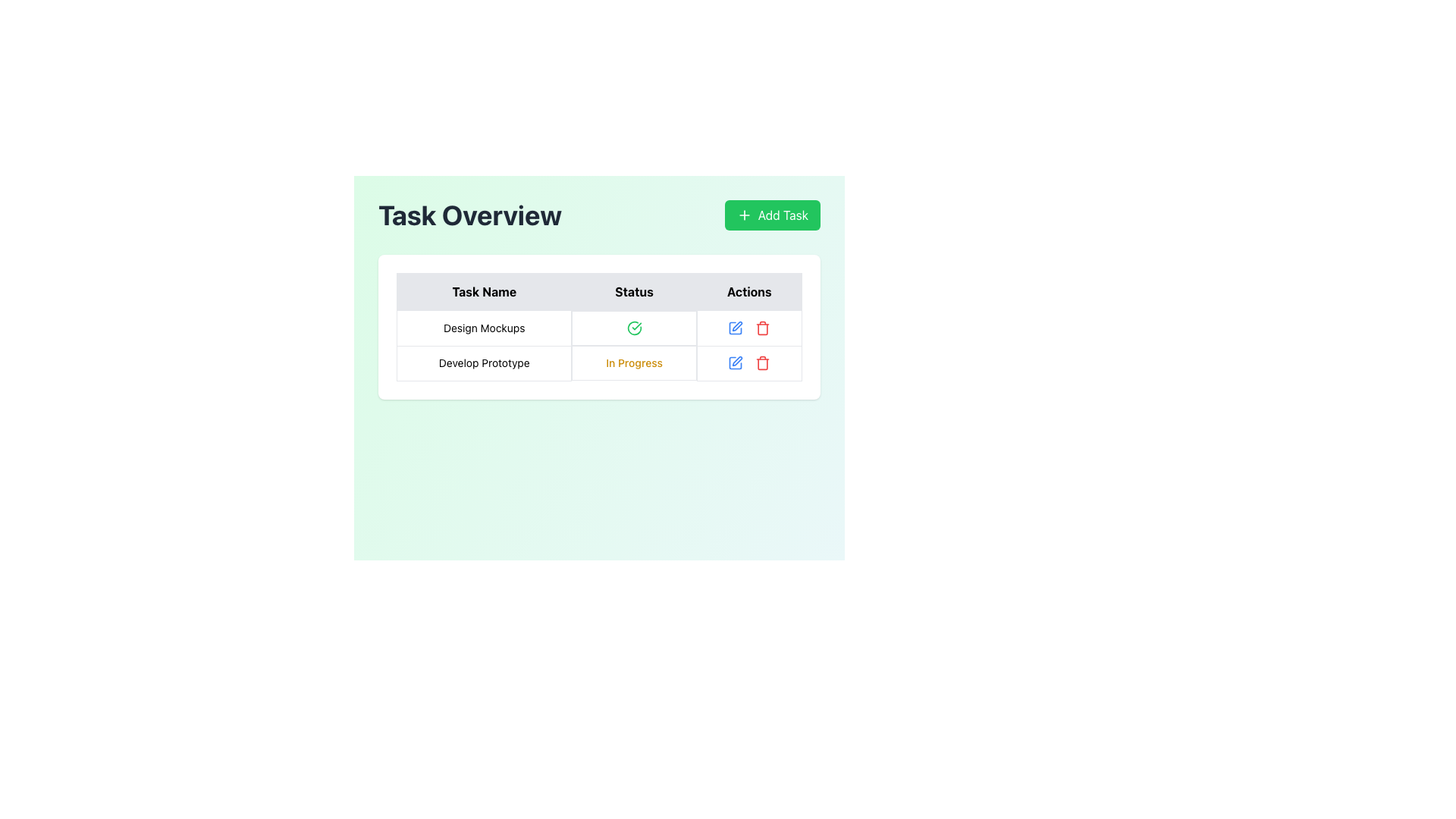  Describe the element at coordinates (772, 215) in the screenshot. I see `the 'Add Task' button, which is a rectangular button with a vibrant green background and white text, located at the top-right of the interface` at that location.